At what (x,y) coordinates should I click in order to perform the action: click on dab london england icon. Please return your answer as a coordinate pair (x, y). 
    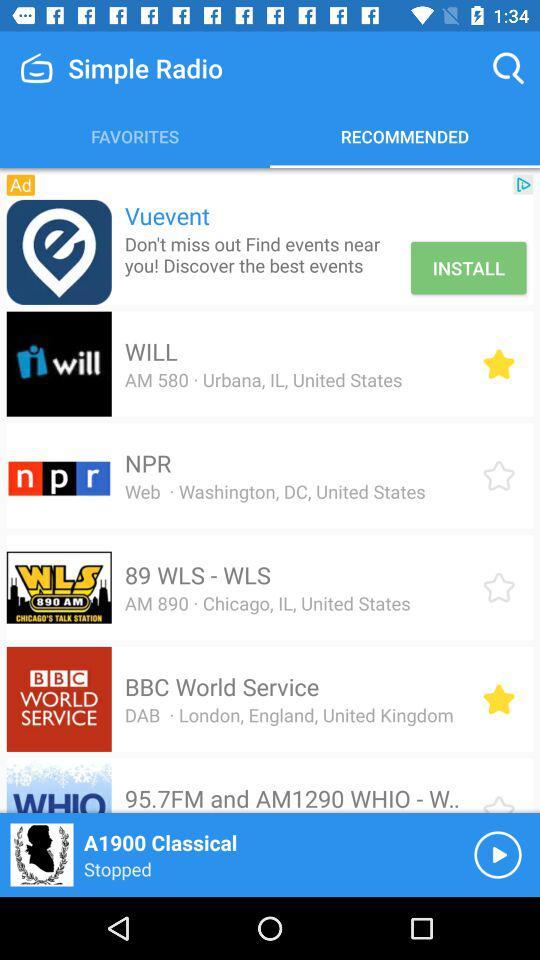
    Looking at the image, I should click on (288, 715).